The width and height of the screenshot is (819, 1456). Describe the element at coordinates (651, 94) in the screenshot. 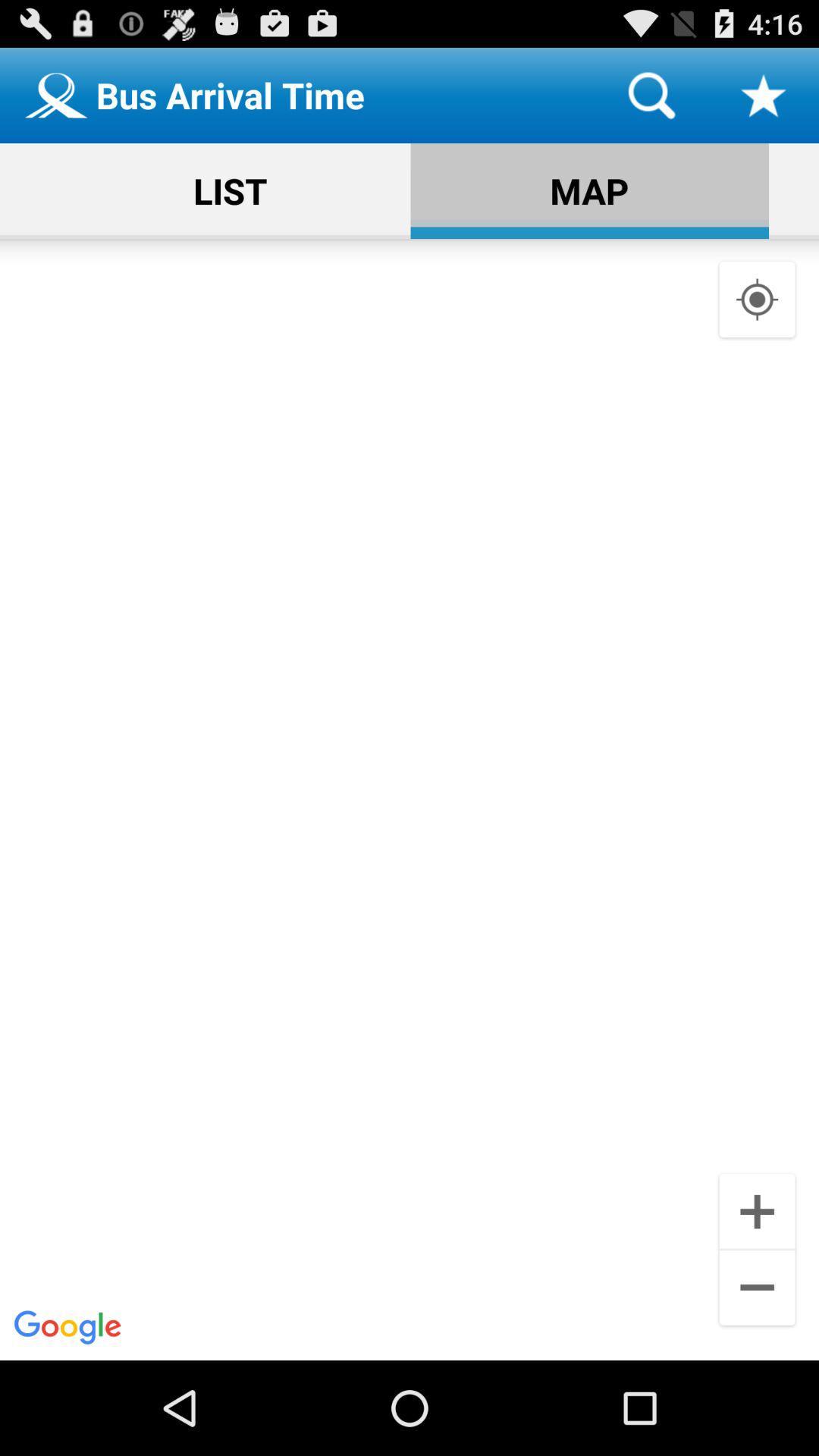

I see `the app to the right of bus arrival time item` at that location.